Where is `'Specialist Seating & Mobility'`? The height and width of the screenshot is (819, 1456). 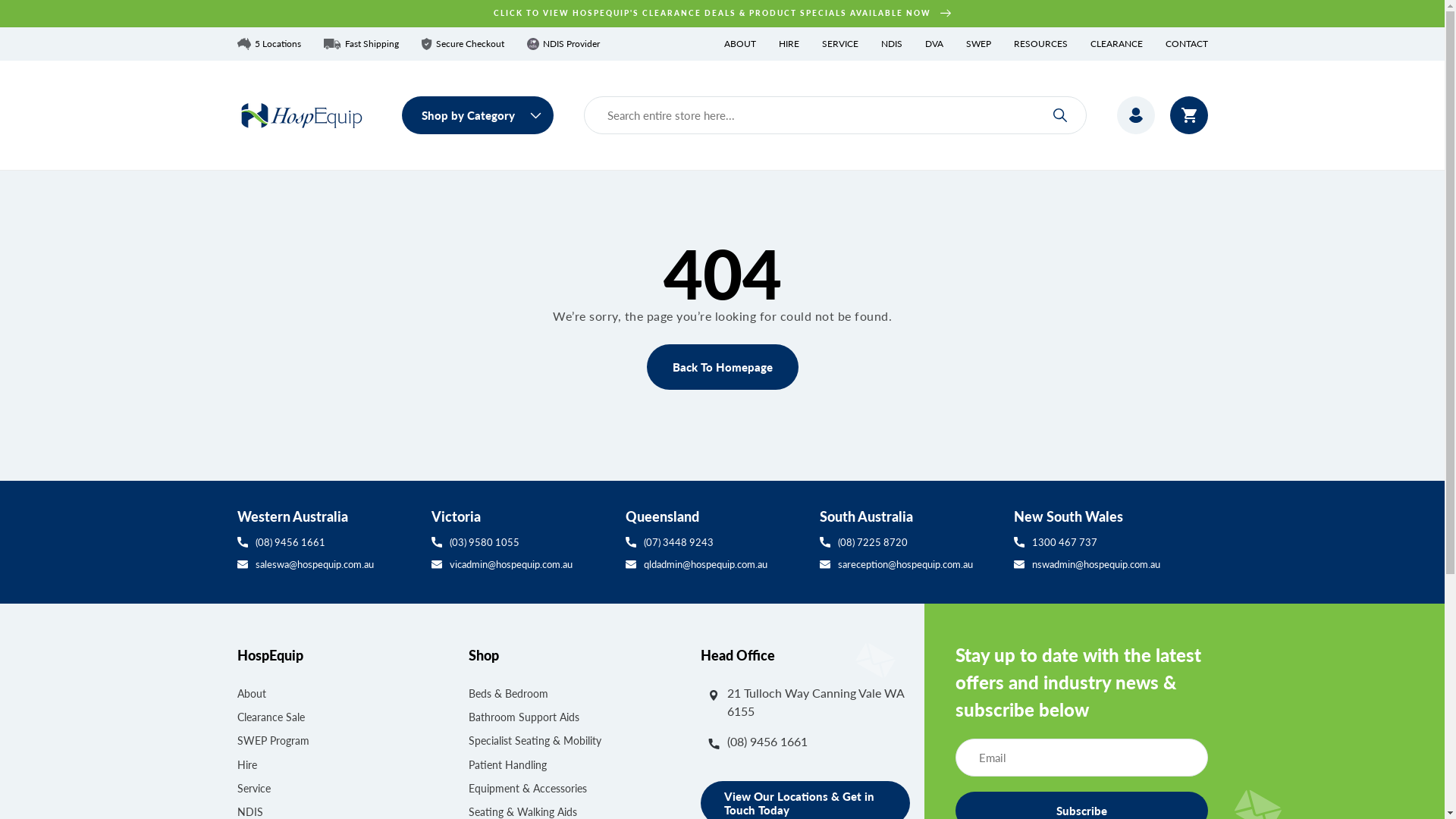
'Specialist Seating & Mobility' is located at coordinates (468, 739).